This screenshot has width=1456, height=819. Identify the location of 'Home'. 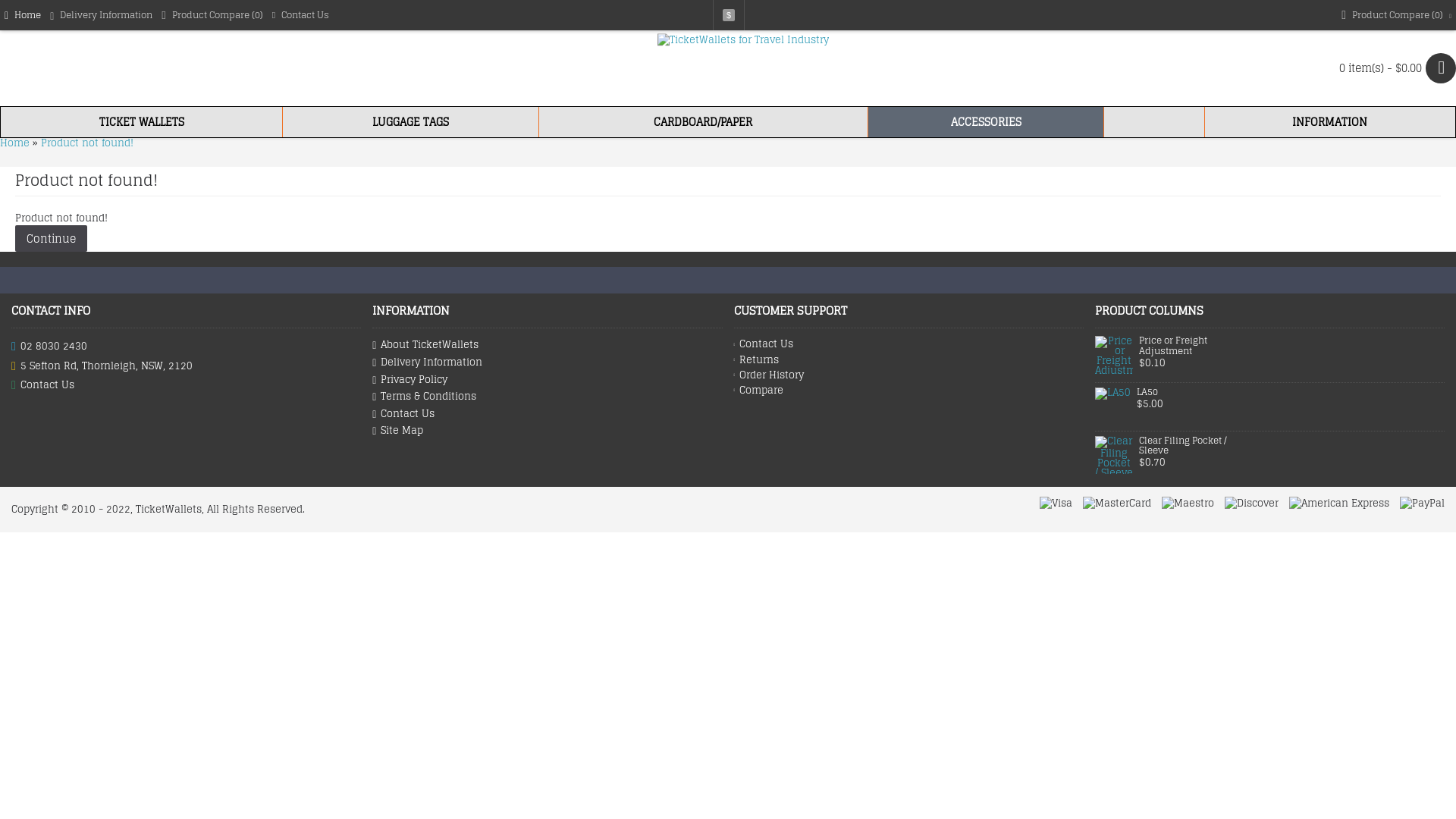
(22, 14).